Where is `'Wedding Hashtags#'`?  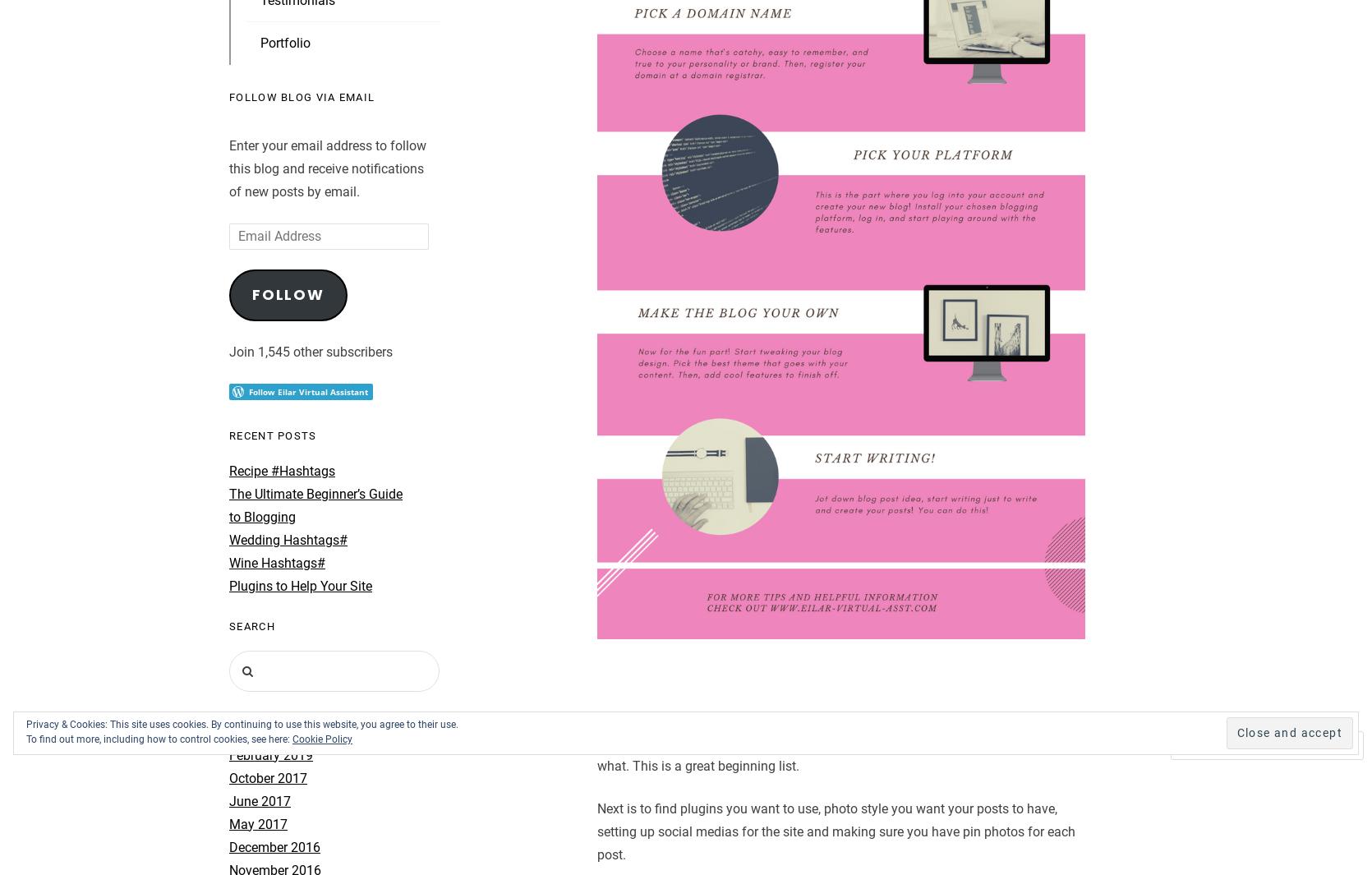 'Wedding Hashtags#' is located at coordinates (228, 539).